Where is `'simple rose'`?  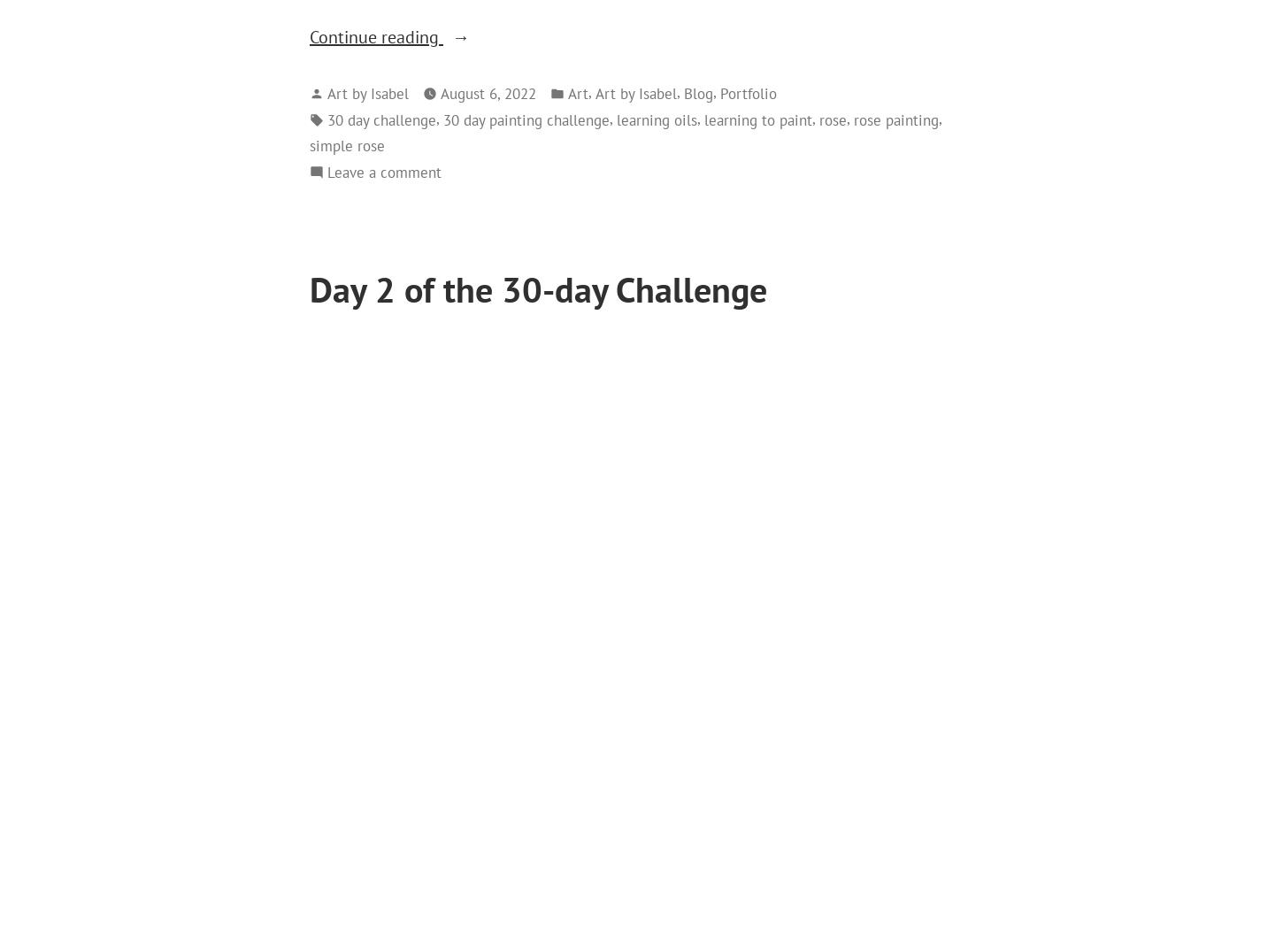 'simple rose' is located at coordinates (346, 145).